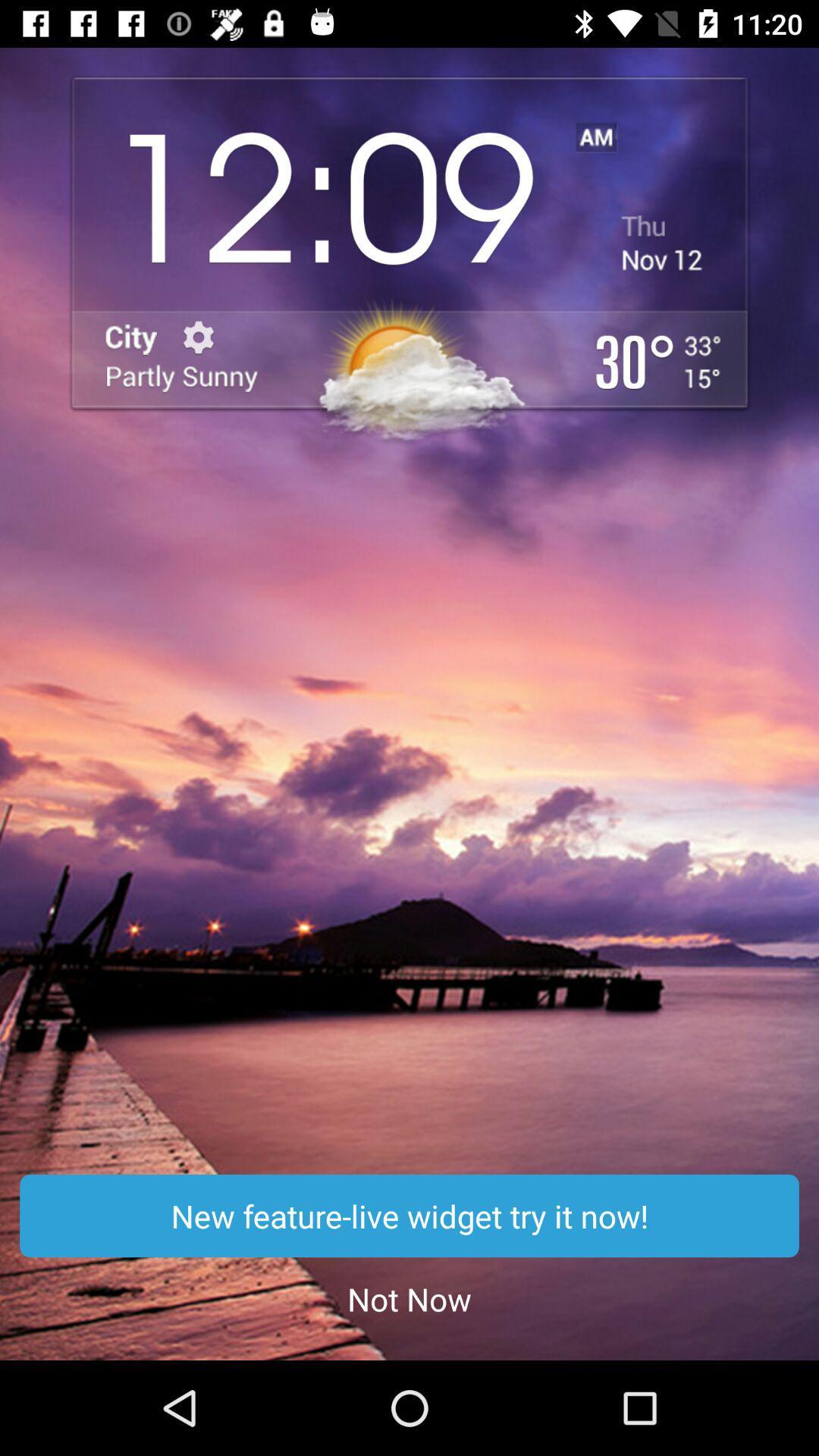  Describe the element at coordinates (409, 1298) in the screenshot. I see `the icon below new feature live` at that location.